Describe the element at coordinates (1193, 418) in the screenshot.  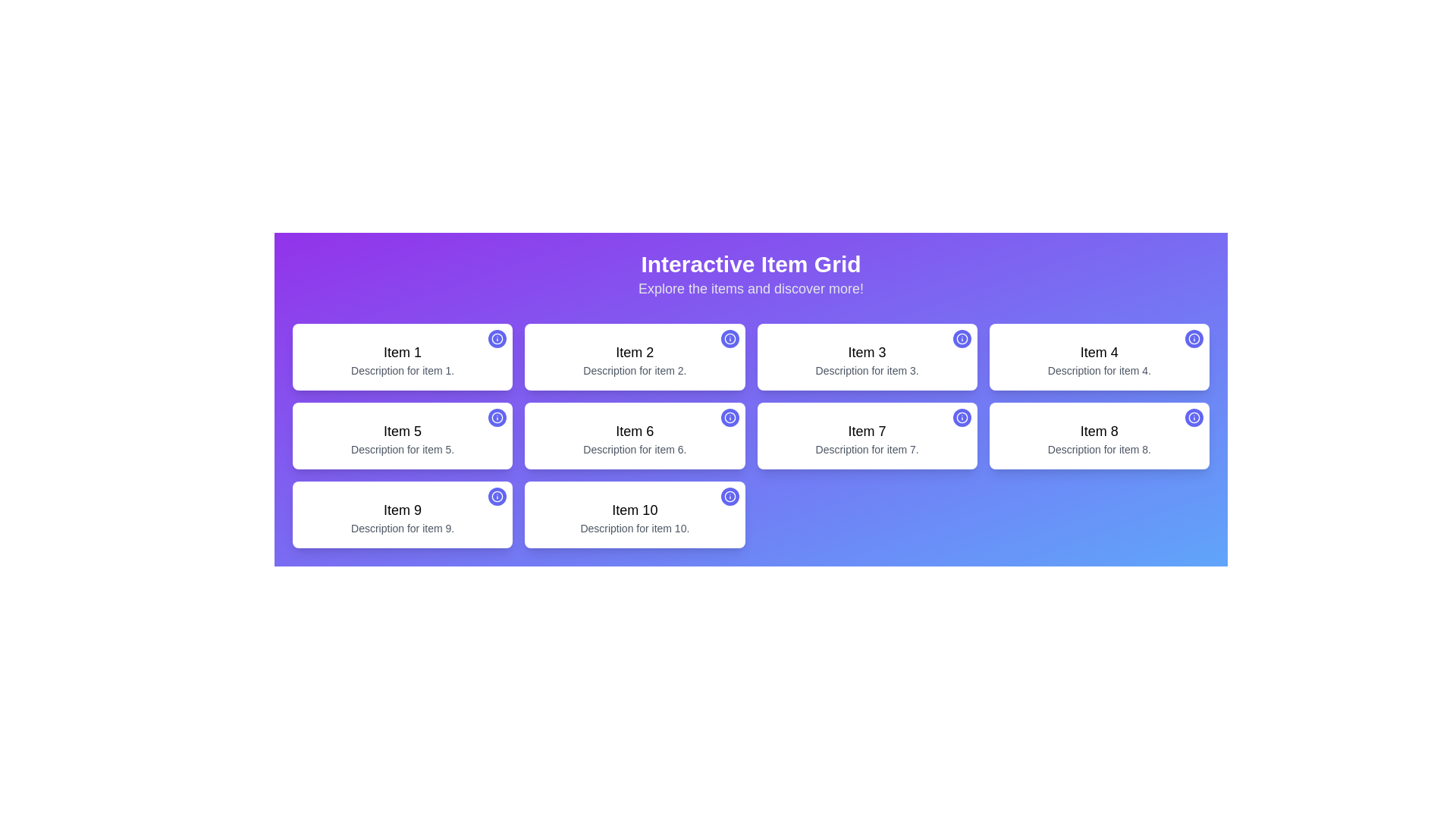
I see `the informational Icon button located in the top-right corner of the 'Item 8' card` at that location.